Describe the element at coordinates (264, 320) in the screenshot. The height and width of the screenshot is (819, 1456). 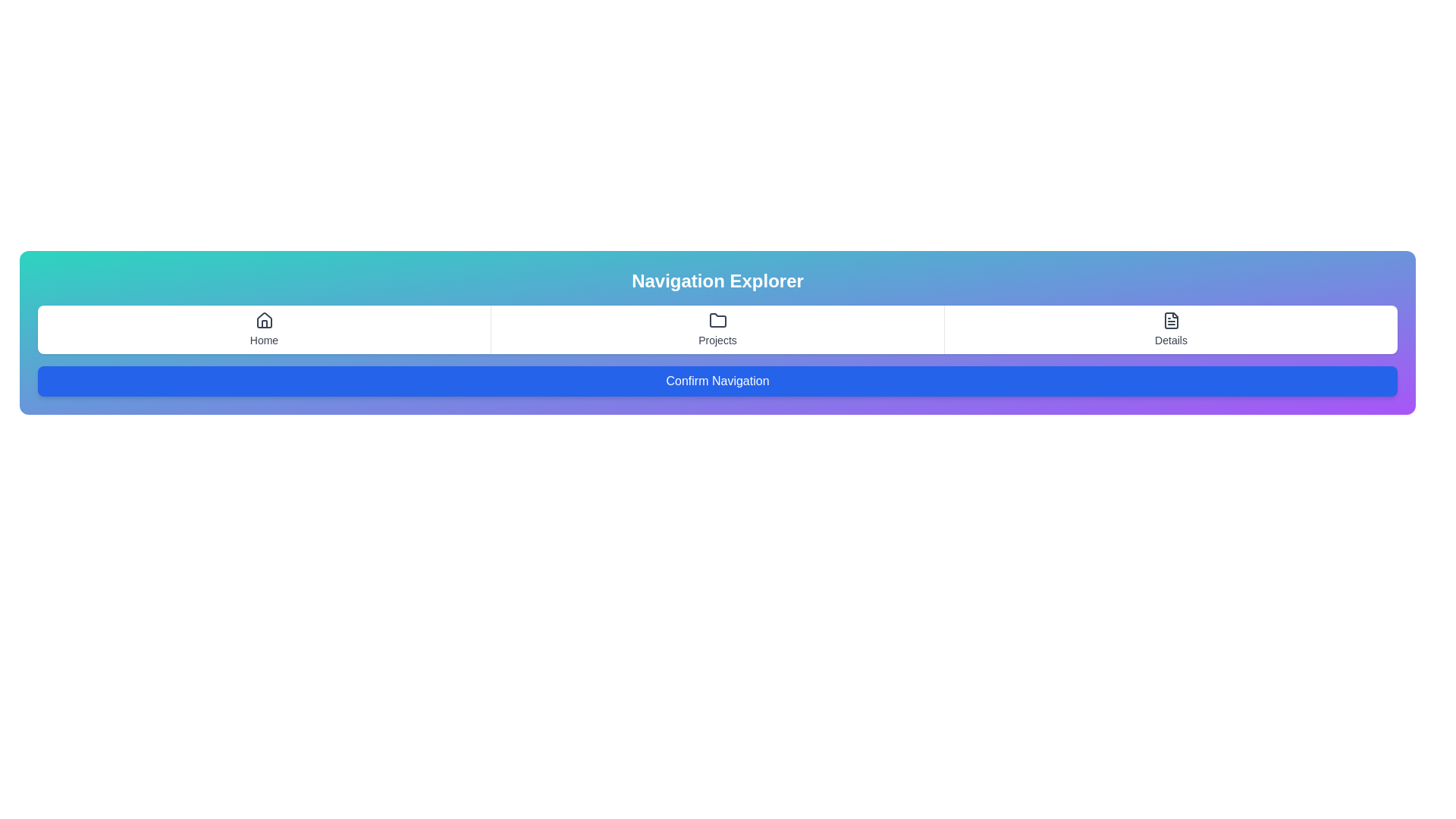
I see `the 'Home' navigation icon, which is visually represented above the text label 'Home' in the first section of the navigation bar` at that location.